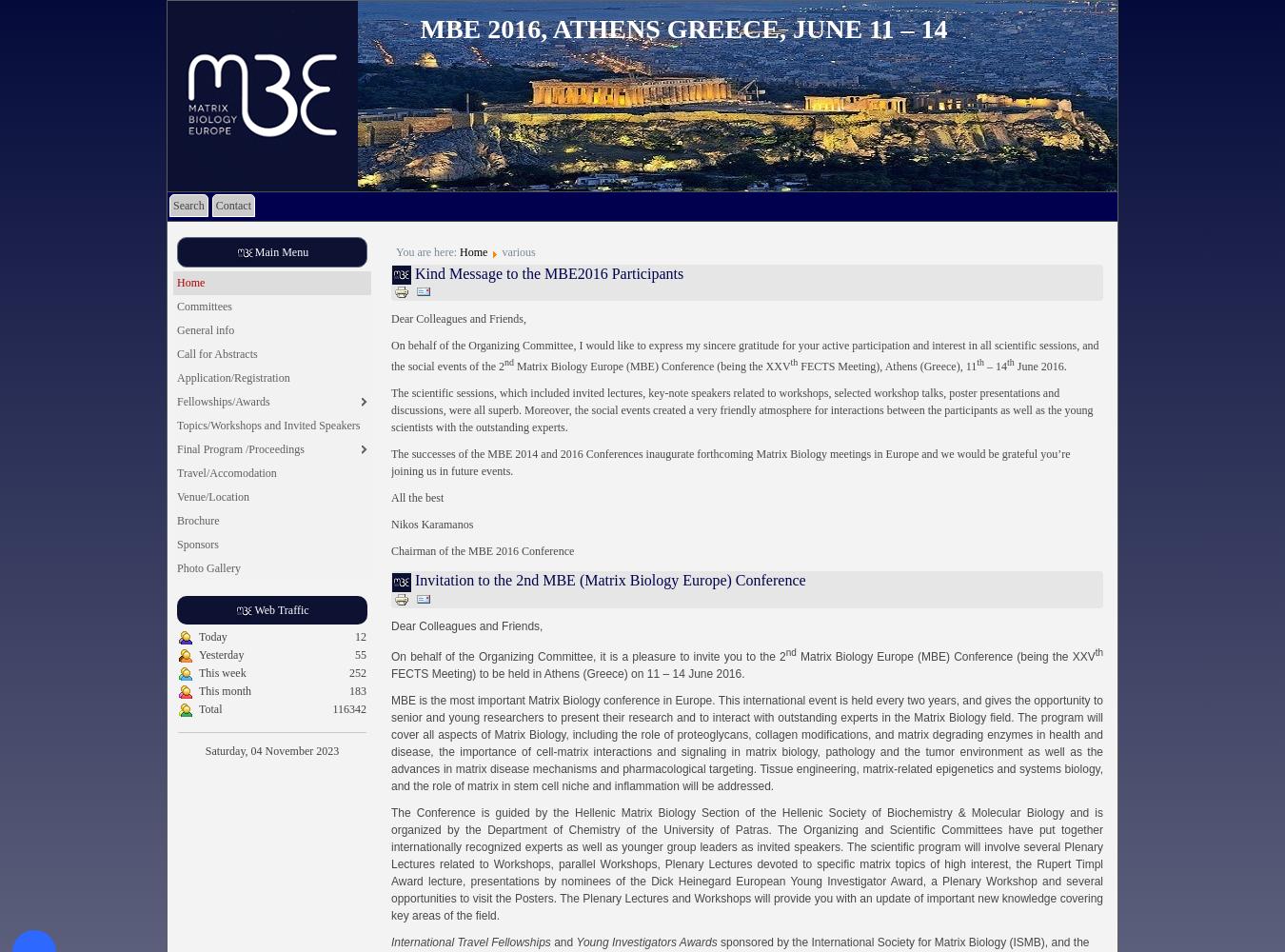  I want to click on 'Yesterday', so click(220, 655).